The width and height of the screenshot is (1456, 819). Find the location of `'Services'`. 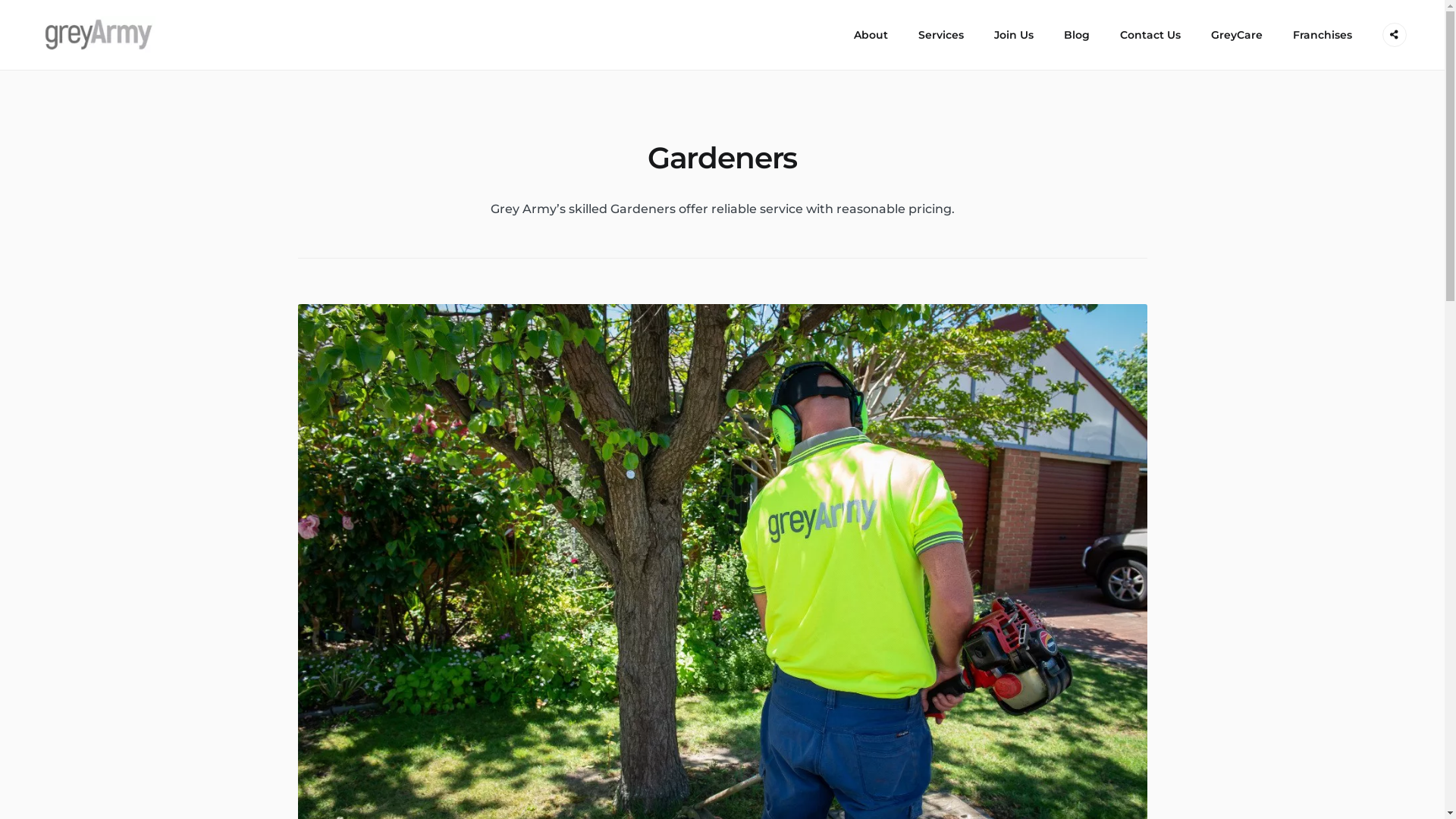

'Services' is located at coordinates (940, 34).